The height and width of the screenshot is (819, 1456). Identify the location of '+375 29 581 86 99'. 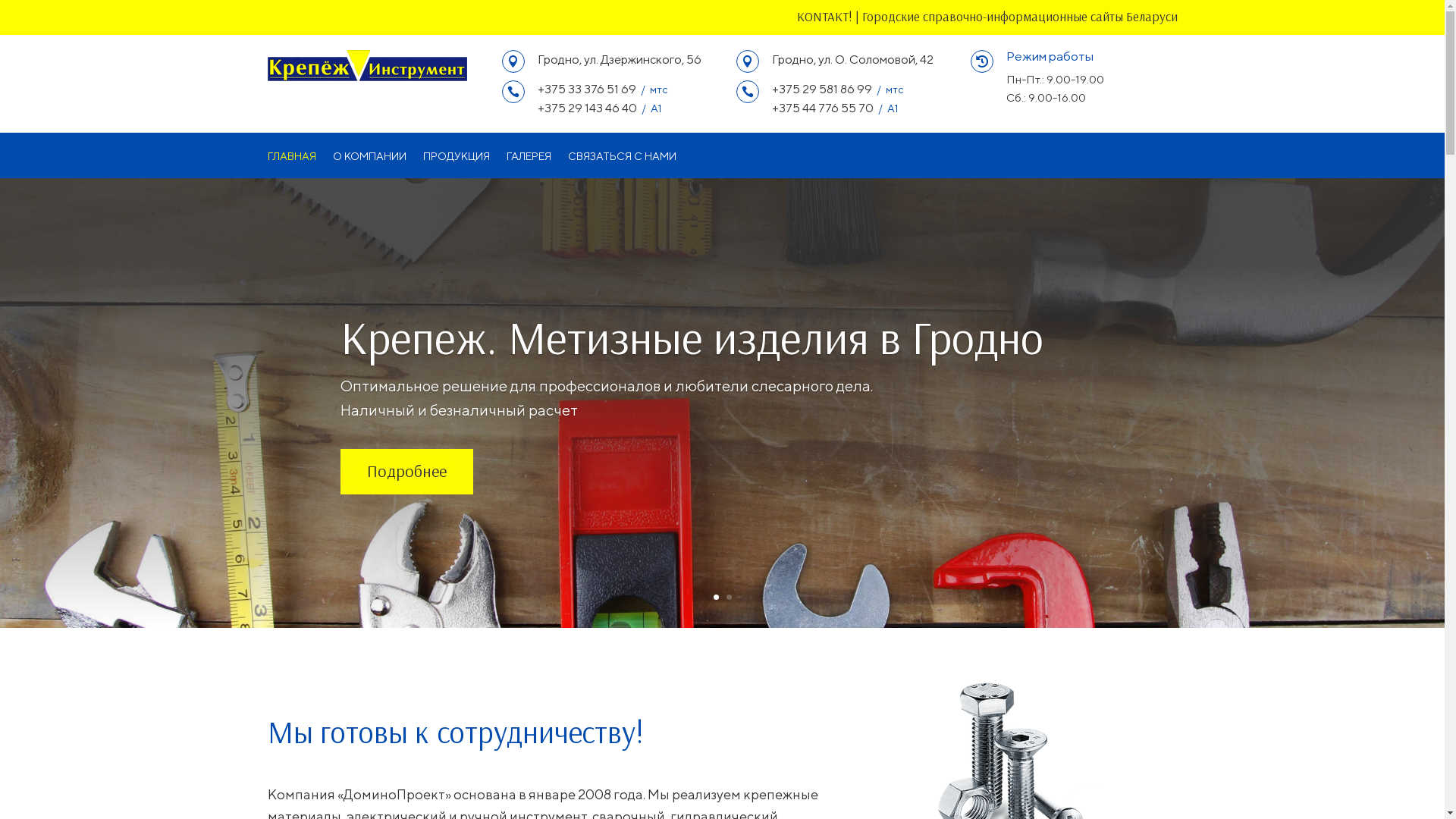
(821, 89).